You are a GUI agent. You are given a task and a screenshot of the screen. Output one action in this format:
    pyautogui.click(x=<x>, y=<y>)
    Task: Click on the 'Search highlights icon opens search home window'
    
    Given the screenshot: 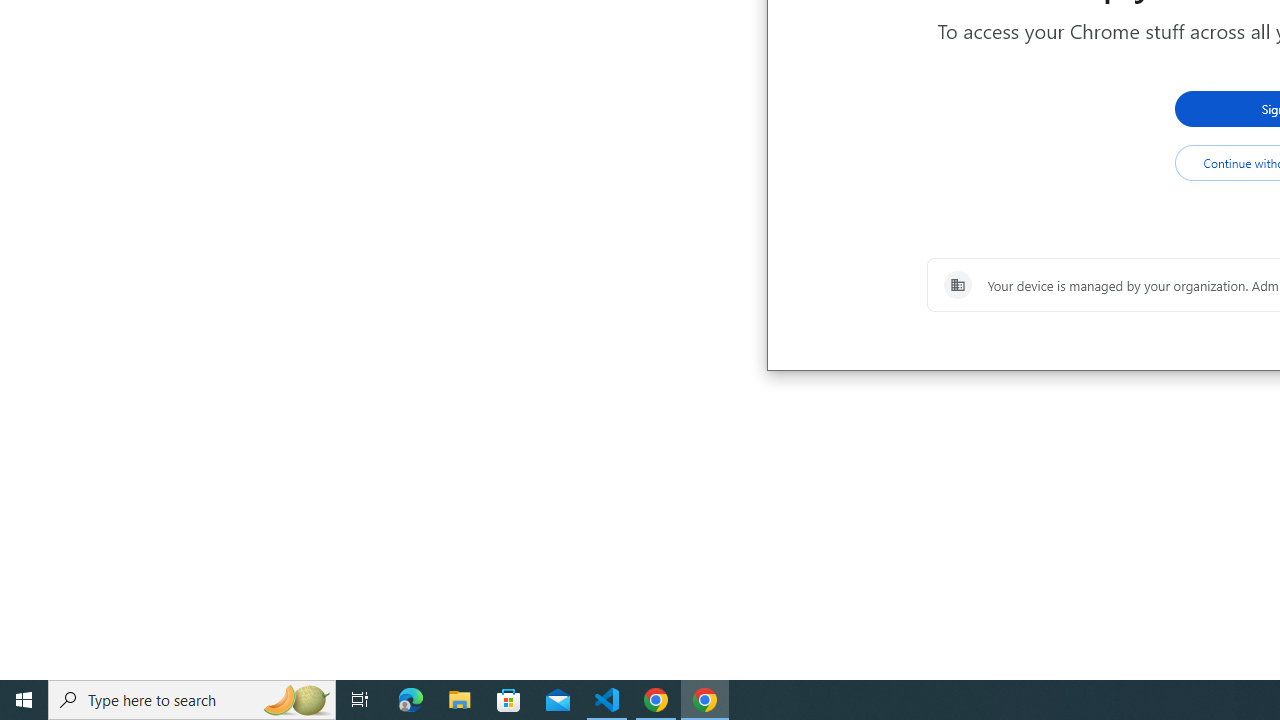 What is the action you would take?
    pyautogui.click(x=294, y=698)
    